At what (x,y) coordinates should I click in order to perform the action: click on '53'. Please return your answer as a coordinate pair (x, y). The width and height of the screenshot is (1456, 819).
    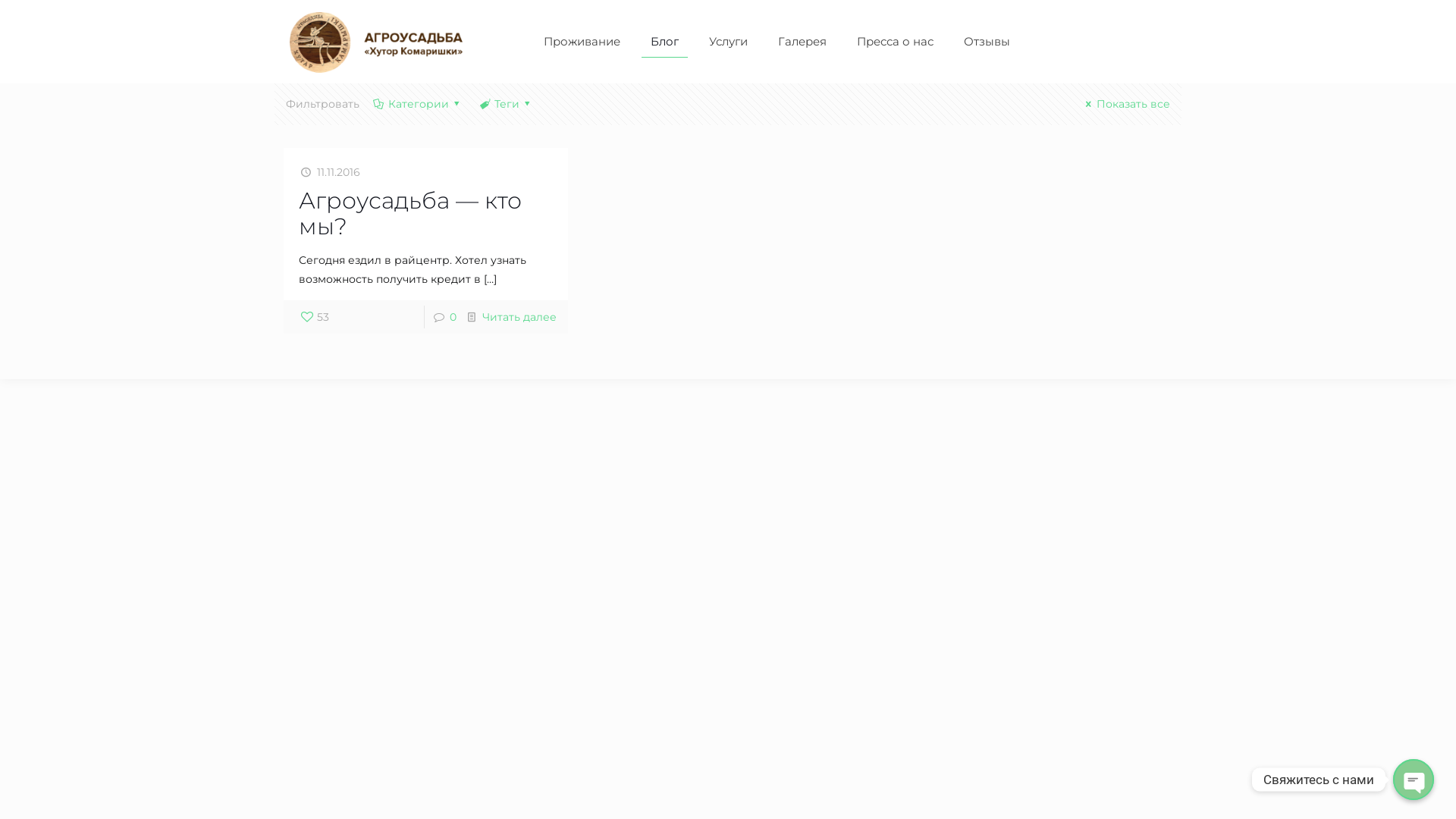
    Looking at the image, I should click on (312, 315).